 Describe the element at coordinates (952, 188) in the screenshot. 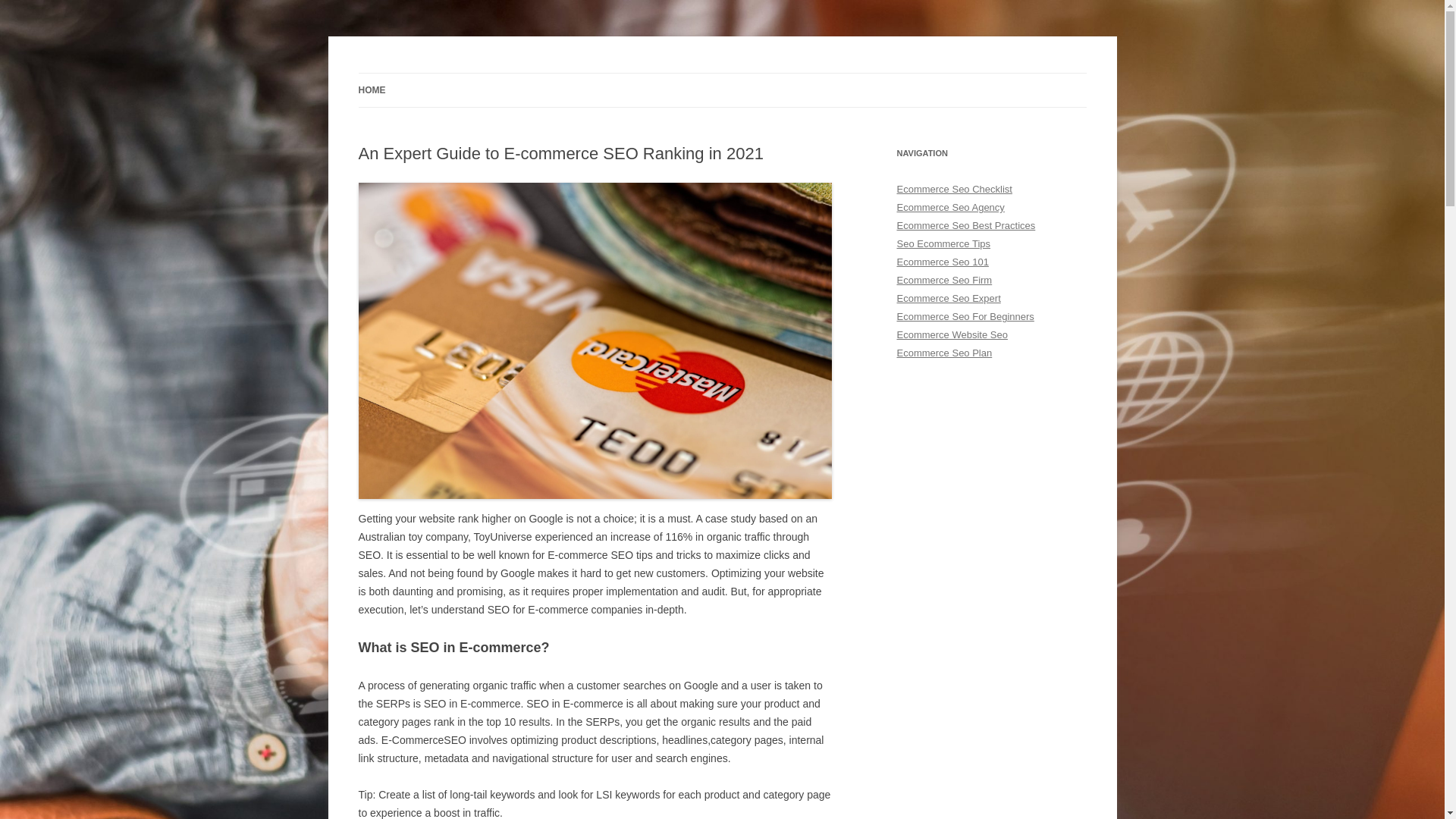

I see `'Ecommerce Seo Checklist'` at that location.